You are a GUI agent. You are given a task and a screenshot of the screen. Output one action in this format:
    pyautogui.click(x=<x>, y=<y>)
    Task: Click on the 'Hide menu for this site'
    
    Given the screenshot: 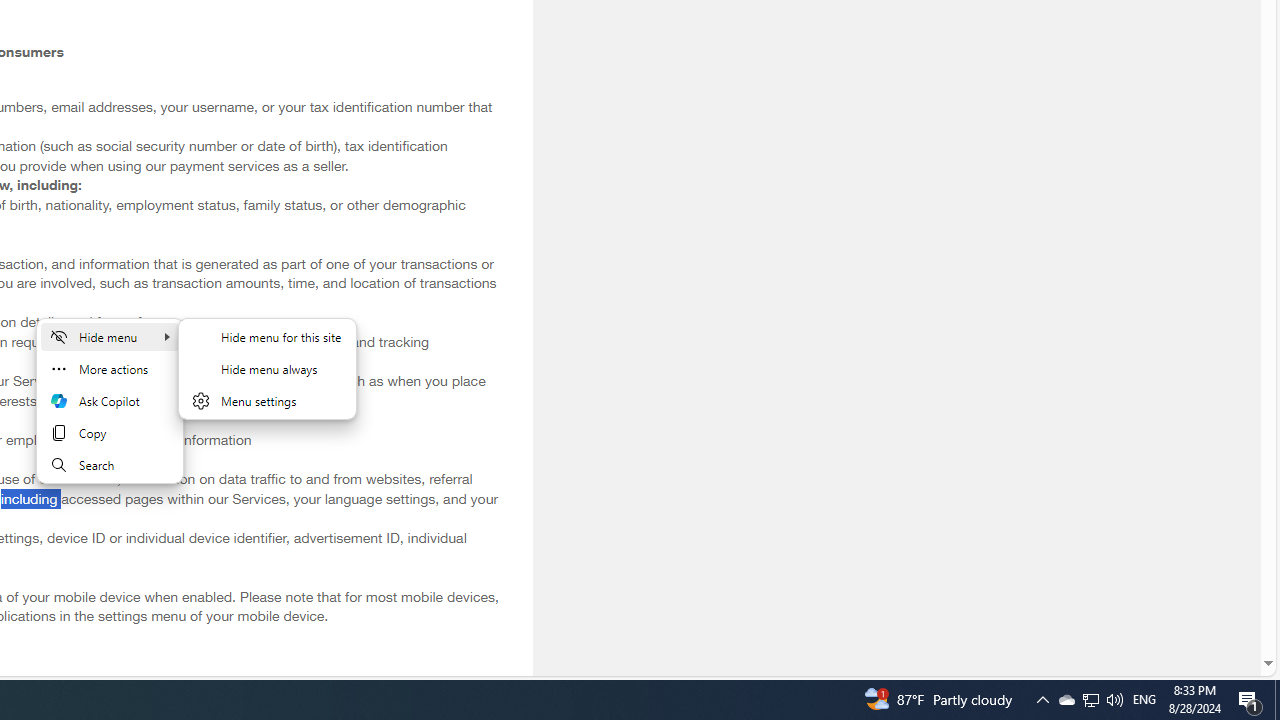 What is the action you would take?
    pyautogui.click(x=266, y=335)
    